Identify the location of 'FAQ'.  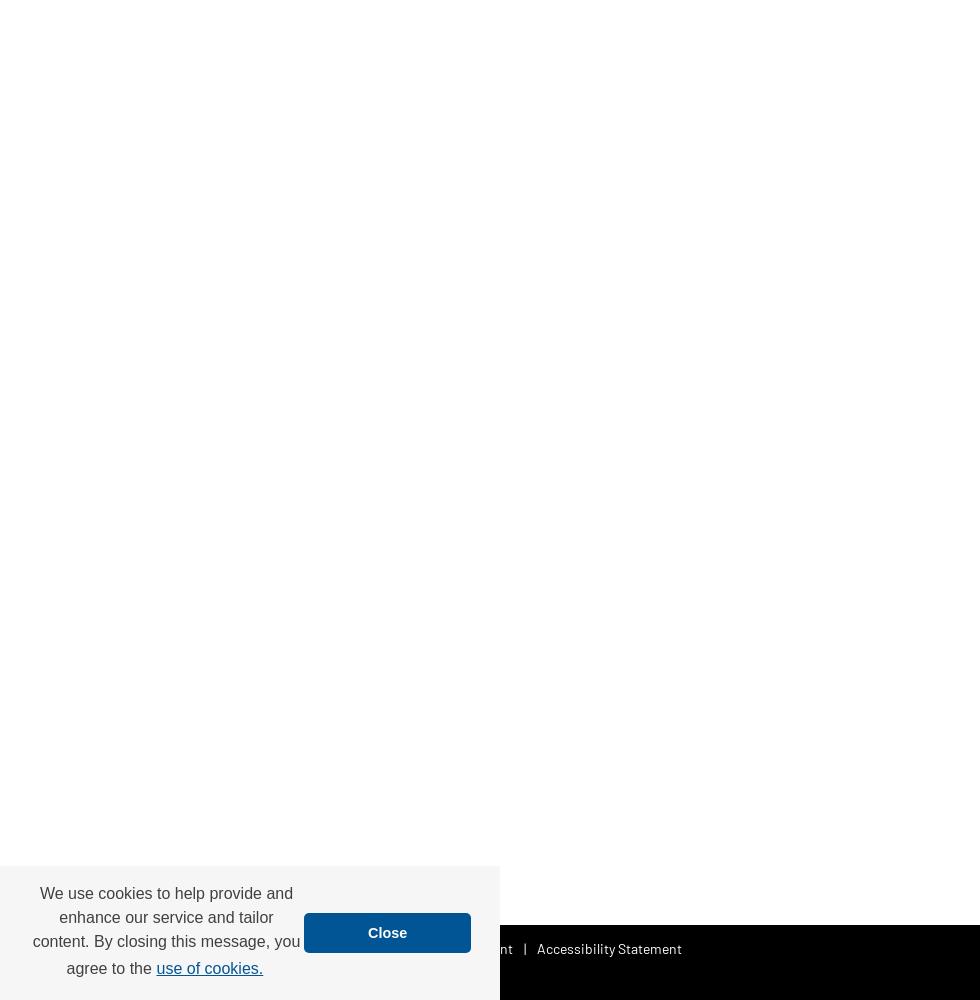
(393, 946).